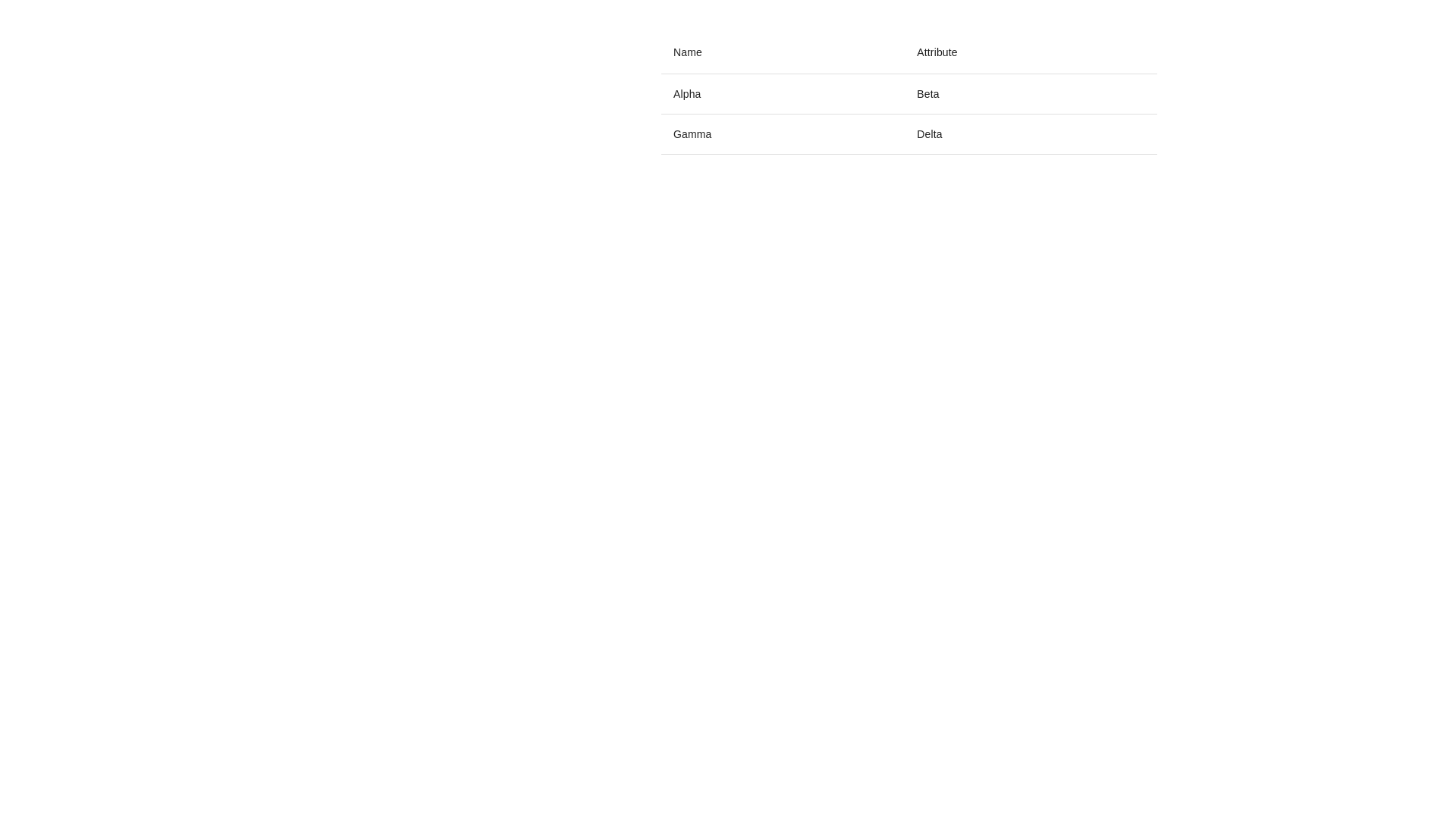 Image resolution: width=1456 pixels, height=819 pixels. I want to click on the first table row containing the text cells 'Alpha' and 'Beta', so click(909, 93).